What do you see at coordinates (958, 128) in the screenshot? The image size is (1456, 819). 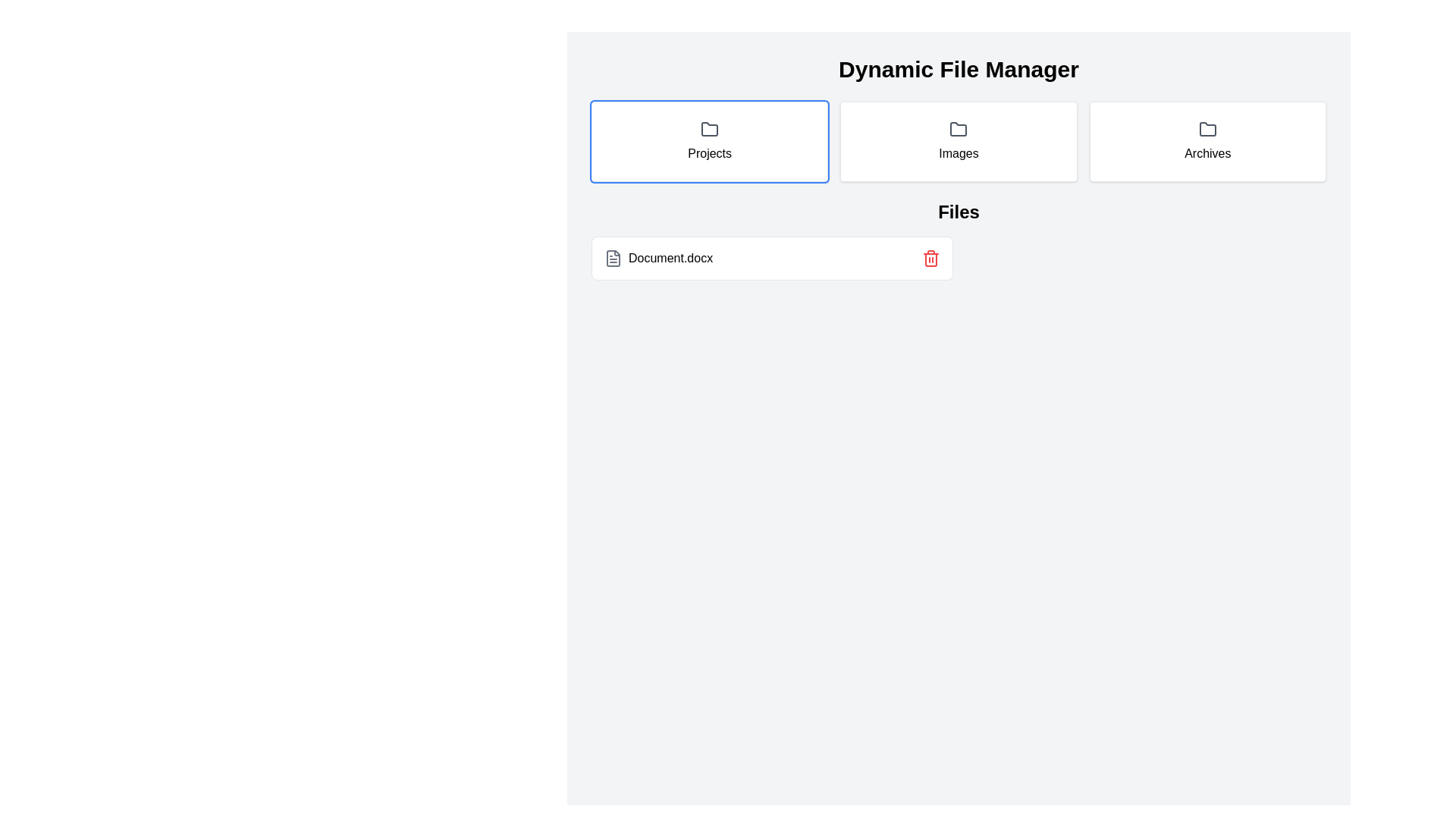 I see `the SVG icon representing the 'Images' section, which is located inside a rectangular card at the top-center of the interface` at bounding box center [958, 128].